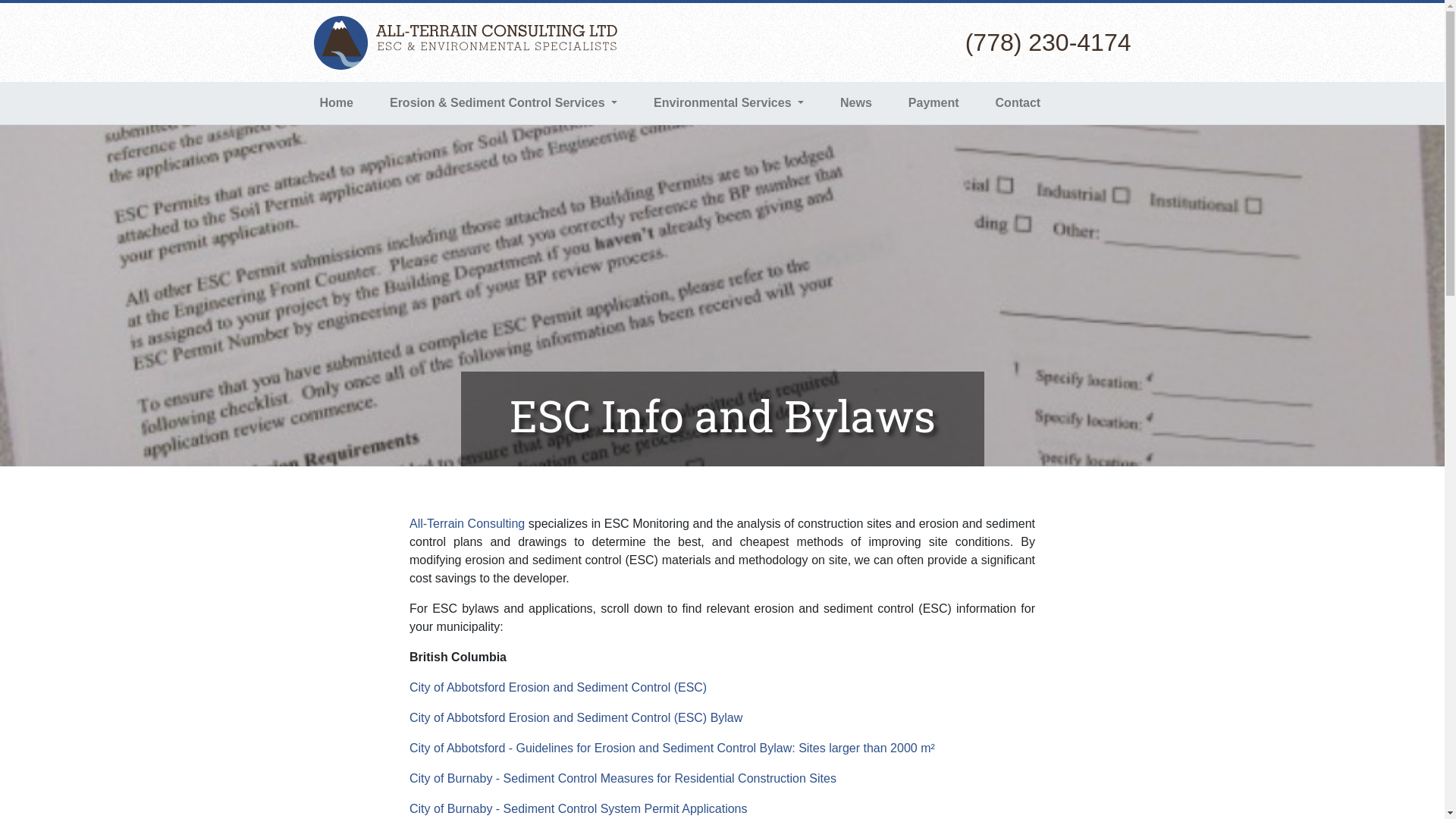 This screenshot has height=819, width=1456. Describe the element at coordinates (466, 522) in the screenshot. I see `'All-Terrain Consulting'` at that location.